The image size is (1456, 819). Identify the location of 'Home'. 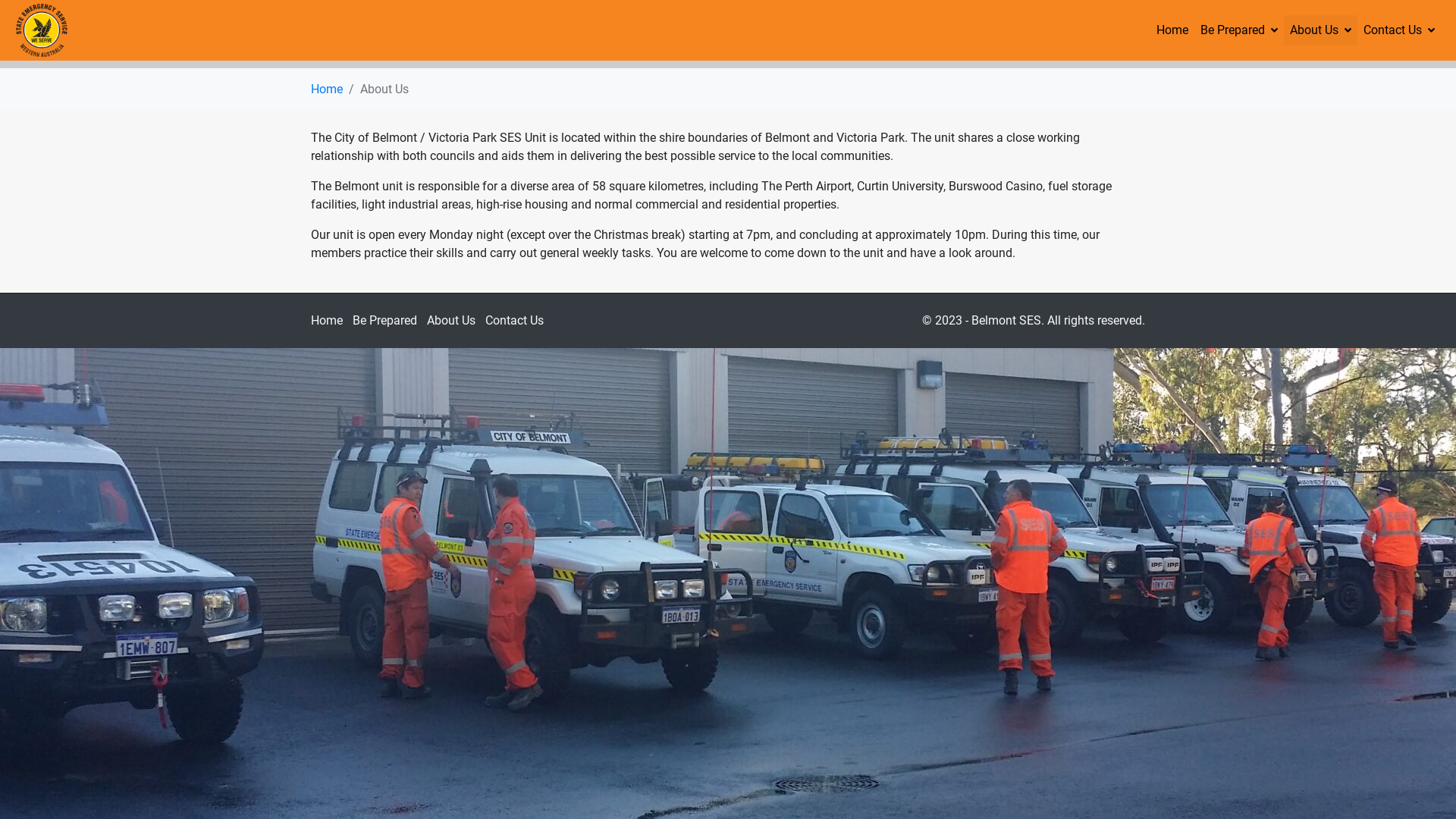
(1171, 30).